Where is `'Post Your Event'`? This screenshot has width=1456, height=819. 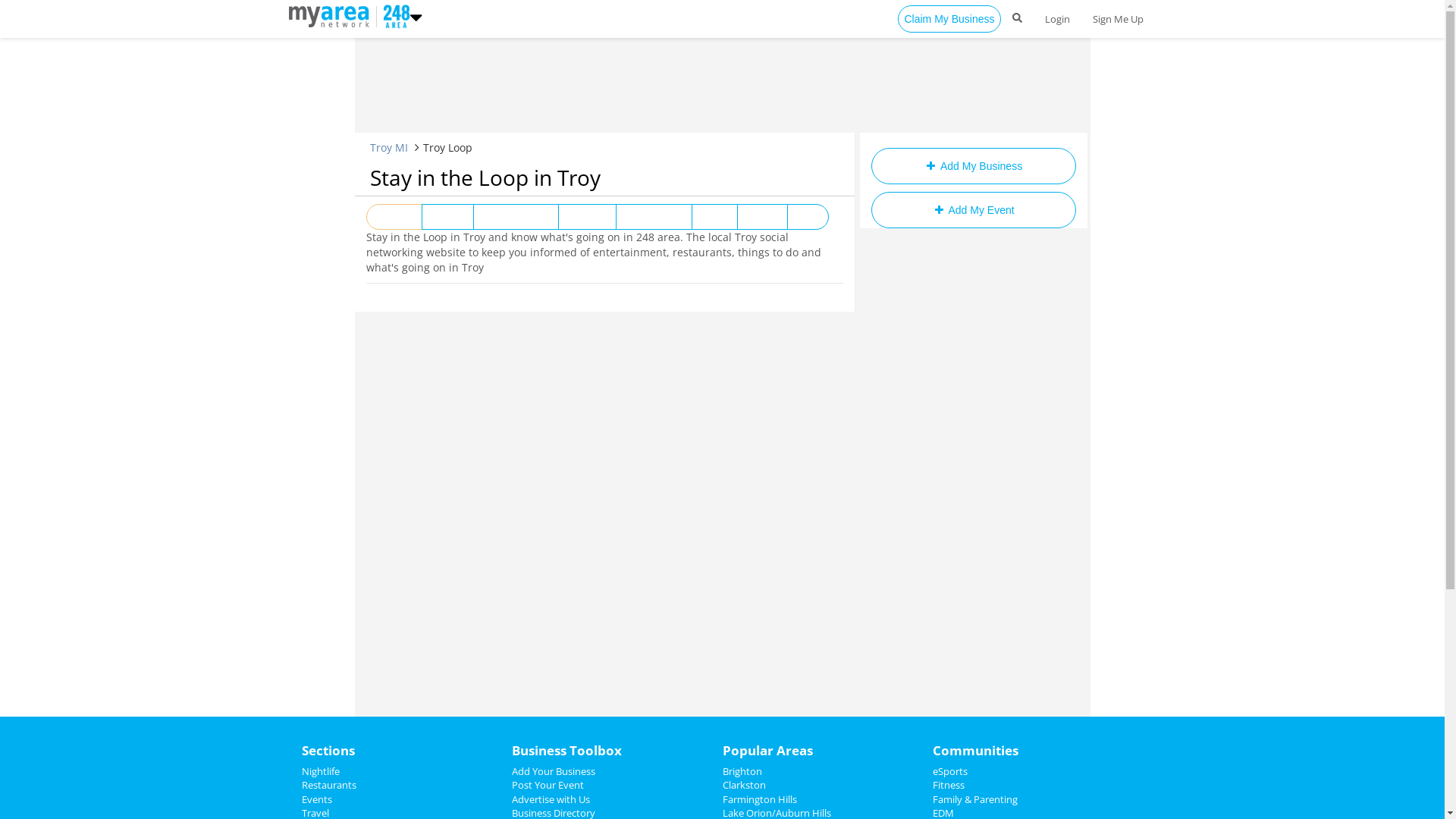
'Post Your Event' is located at coordinates (547, 784).